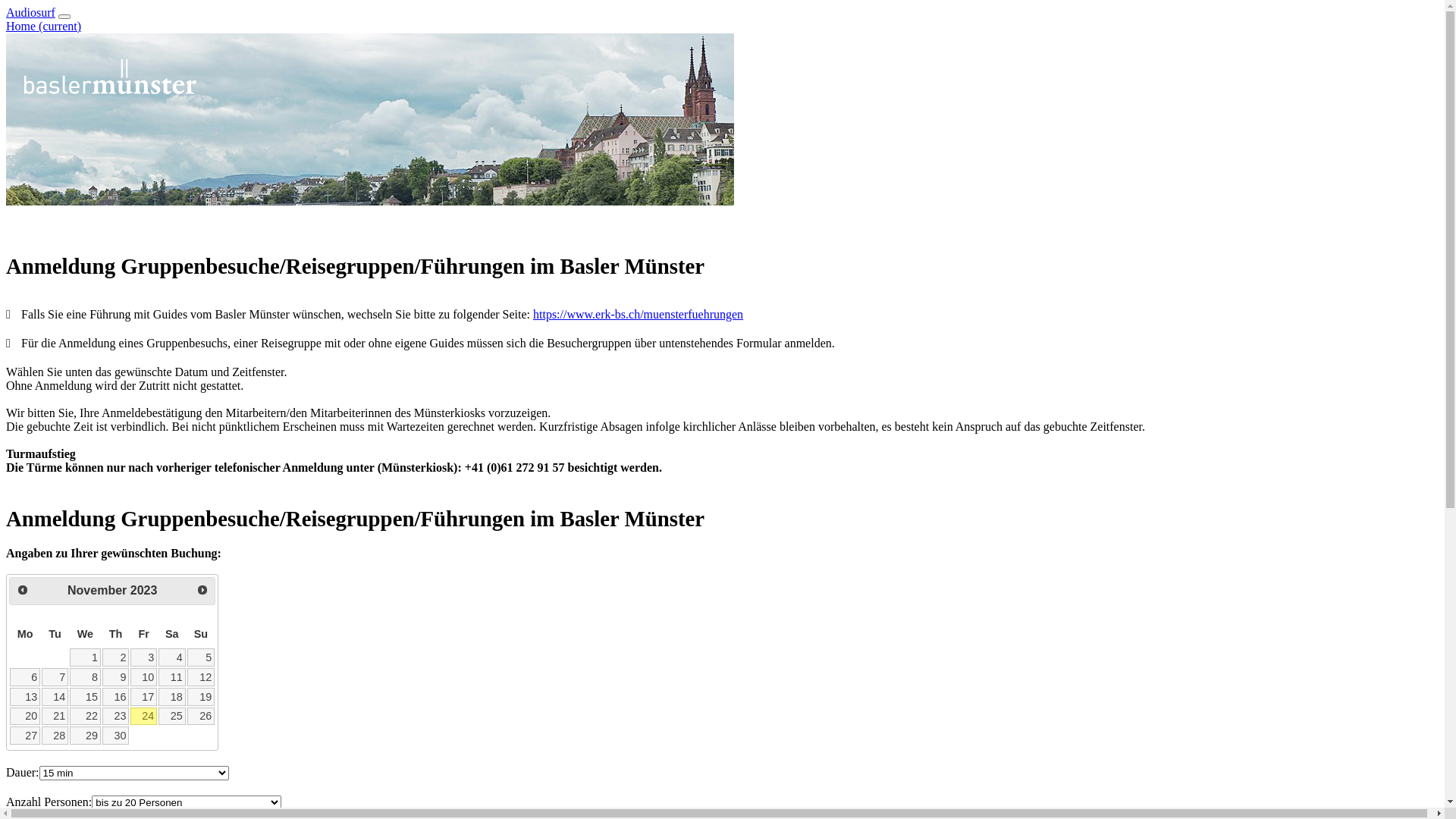 The height and width of the screenshot is (819, 1456). Describe the element at coordinates (143, 657) in the screenshot. I see `'3'` at that location.